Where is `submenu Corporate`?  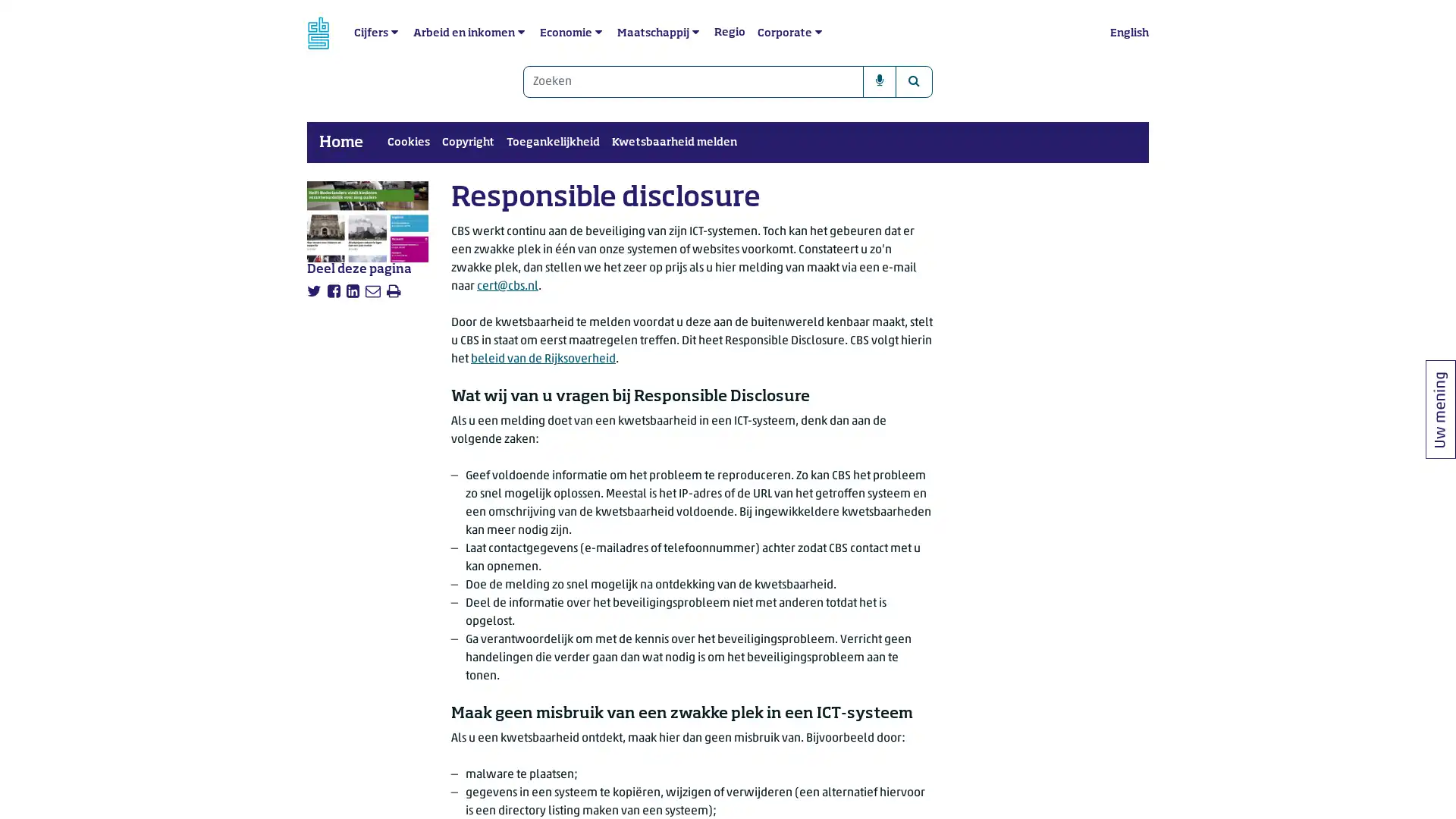
submenu Corporate is located at coordinates (817, 32).